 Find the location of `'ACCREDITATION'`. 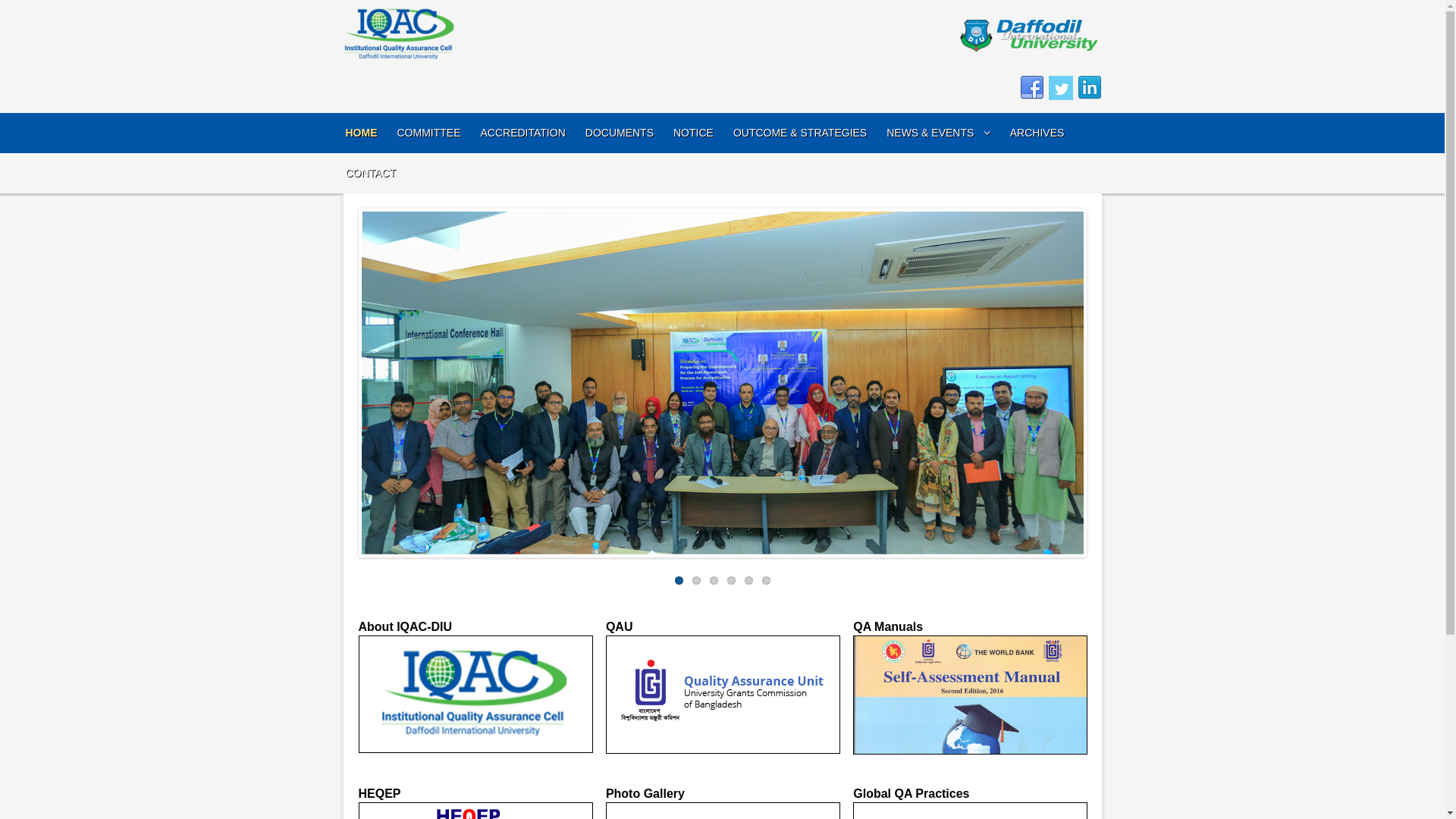

'ACCREDITATION' is located at coordinates (523, 132).